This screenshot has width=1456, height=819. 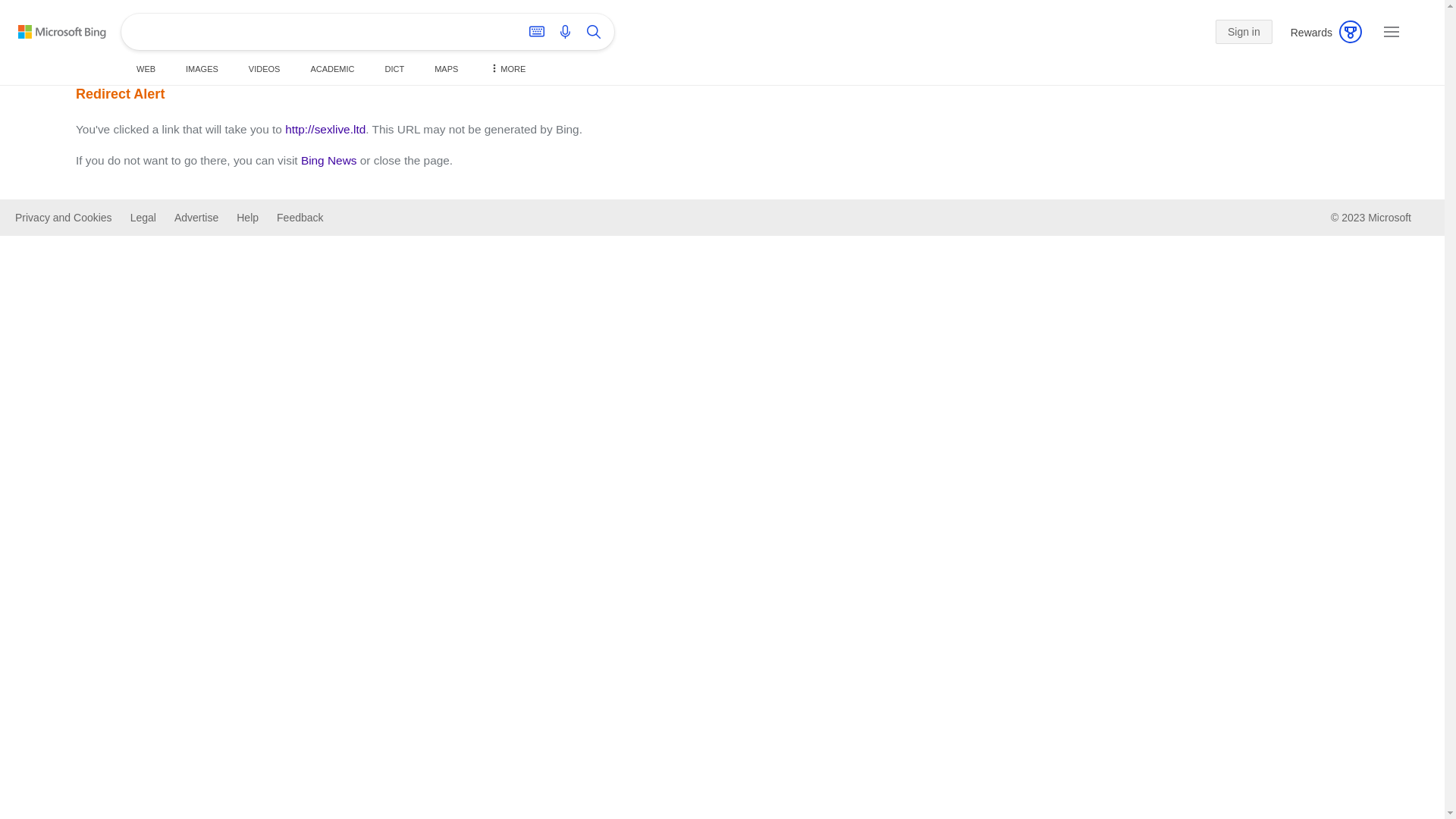 I want to click on 'MAPS', so click(x=445, y=69).